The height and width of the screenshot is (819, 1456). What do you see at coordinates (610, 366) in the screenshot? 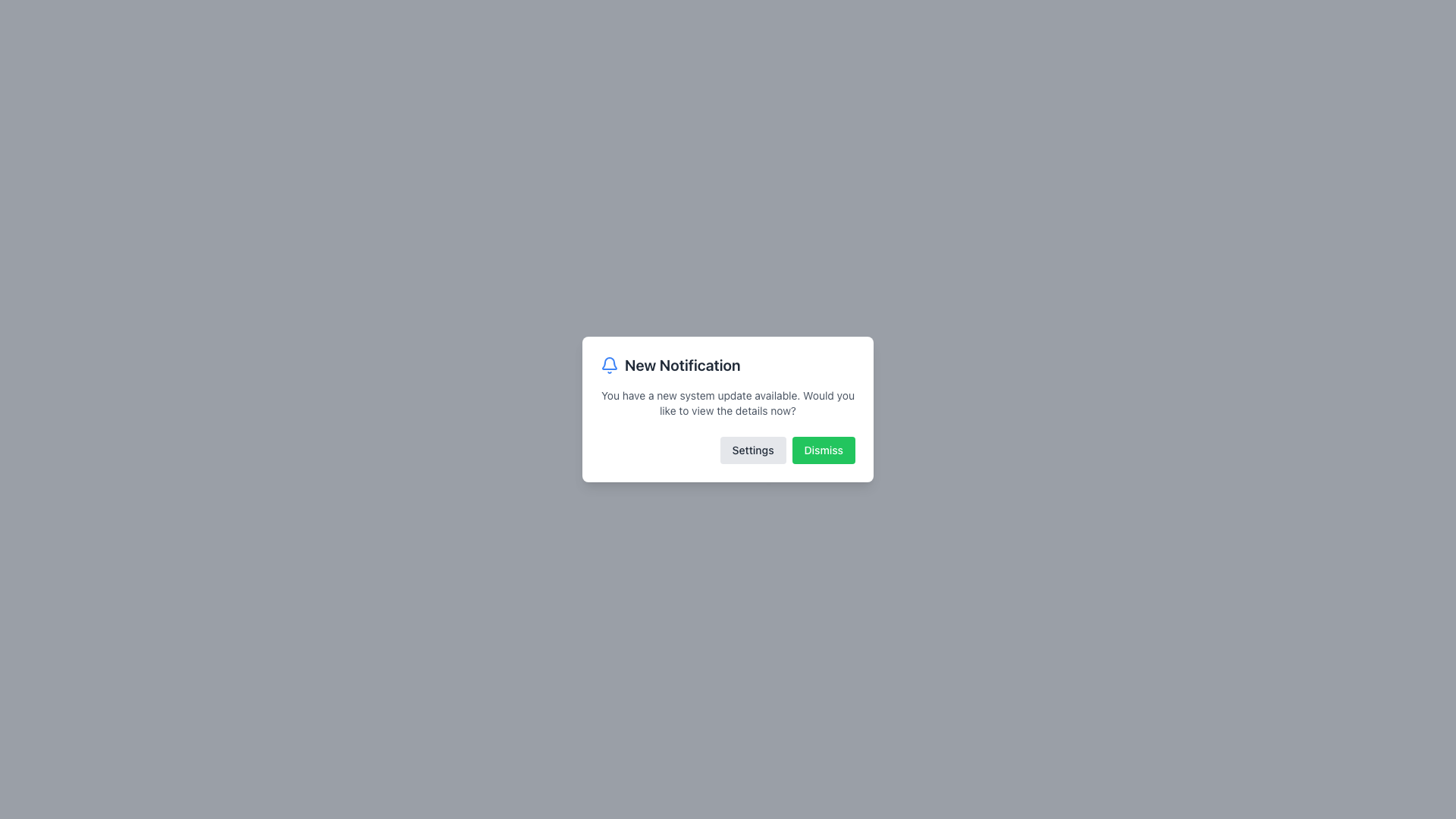
I see `the bell-shaped notification icon with a blue outline located in the header of the modal window, next to the title 'New Notification'` at bounding box center [610, 366].